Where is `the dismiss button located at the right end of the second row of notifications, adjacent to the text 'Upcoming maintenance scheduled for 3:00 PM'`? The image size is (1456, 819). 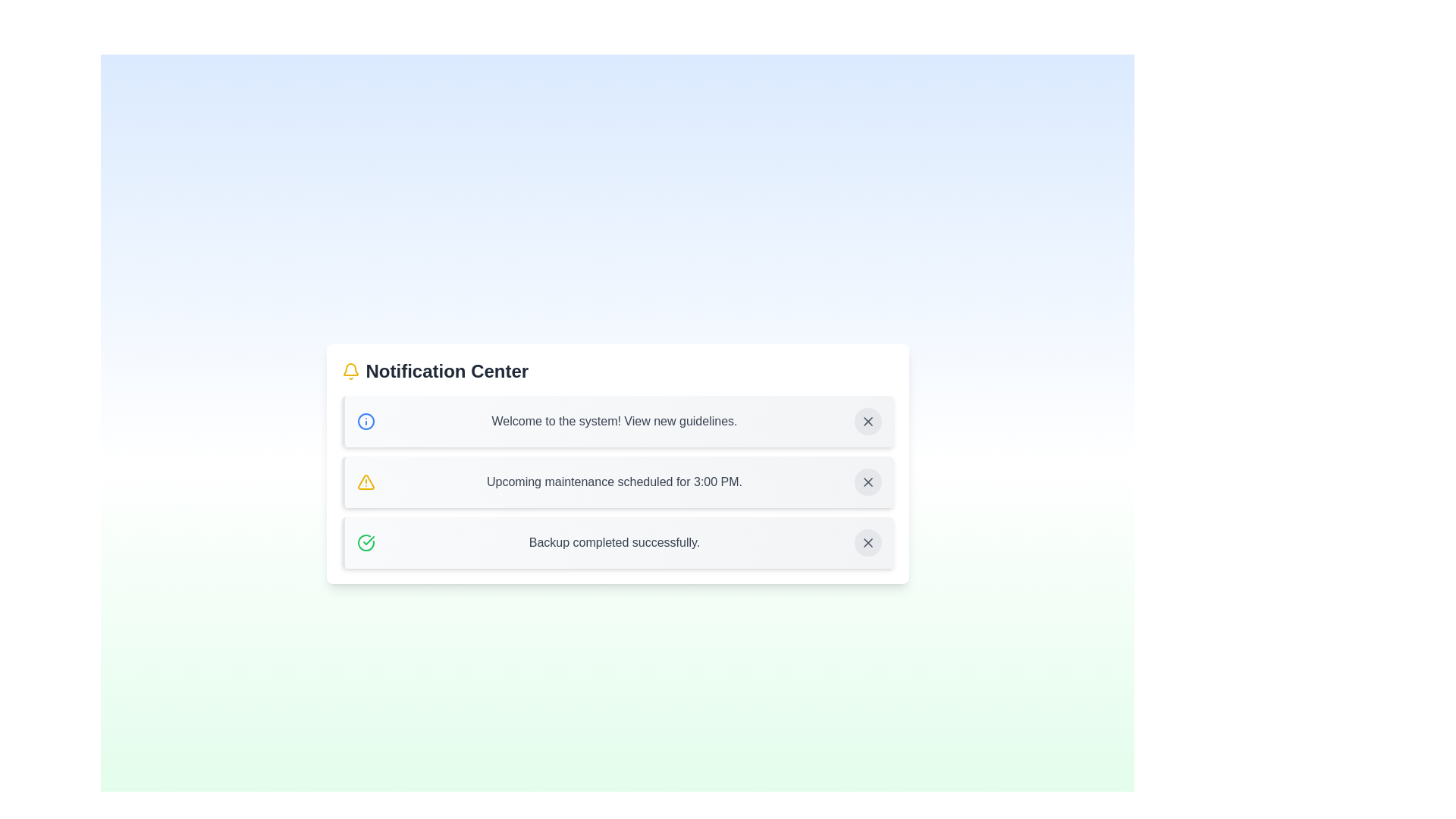
the dismiss button located at the right end of the second row of notifications, adjacent to the text 'Upcoming maintenance scheduled for 3:00 PM' is located at coordinates (868, 482).